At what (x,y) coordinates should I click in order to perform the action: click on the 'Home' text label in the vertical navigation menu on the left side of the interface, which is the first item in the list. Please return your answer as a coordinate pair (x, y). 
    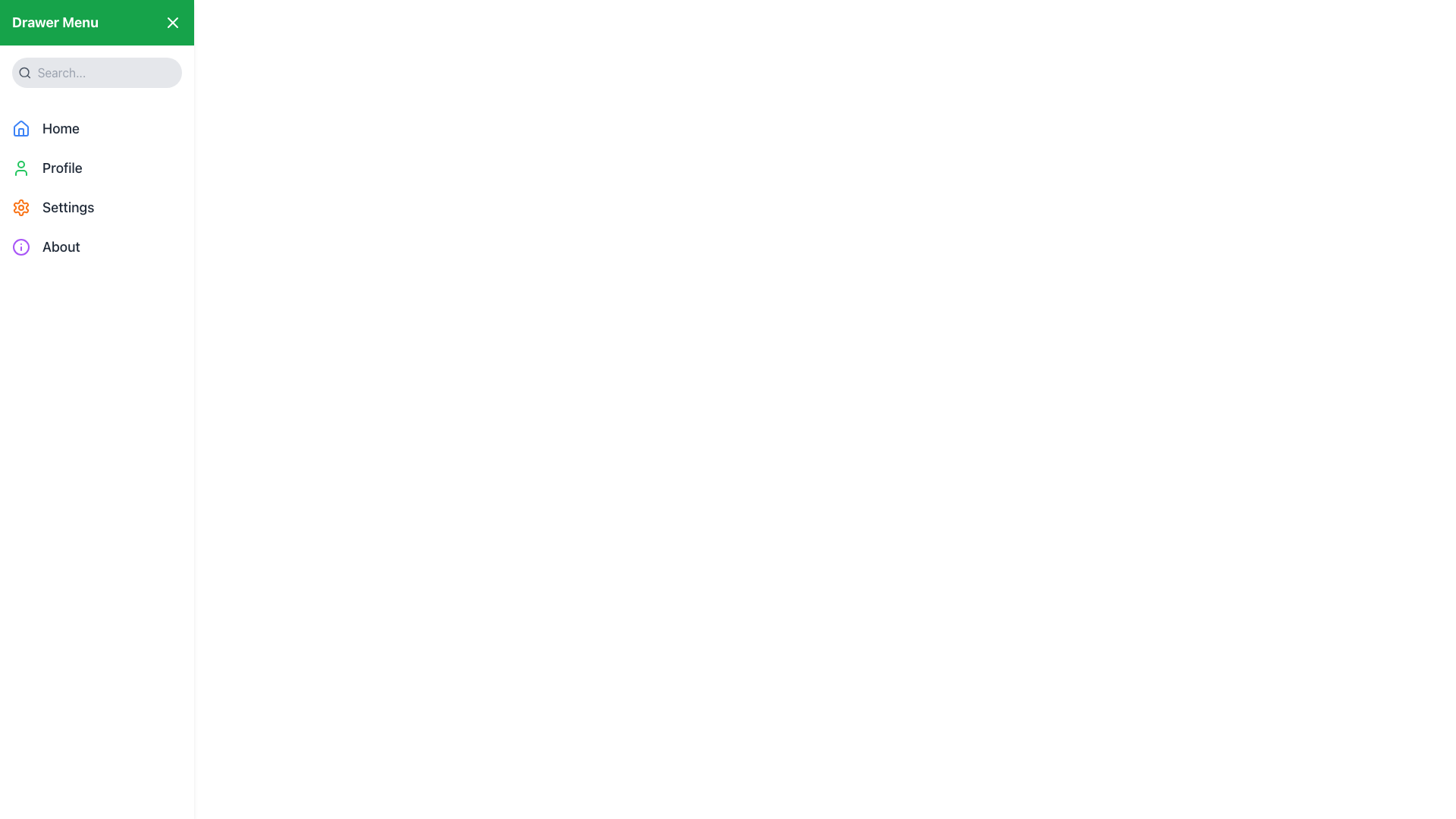
    Looking at the image, I should click on (61, 127).